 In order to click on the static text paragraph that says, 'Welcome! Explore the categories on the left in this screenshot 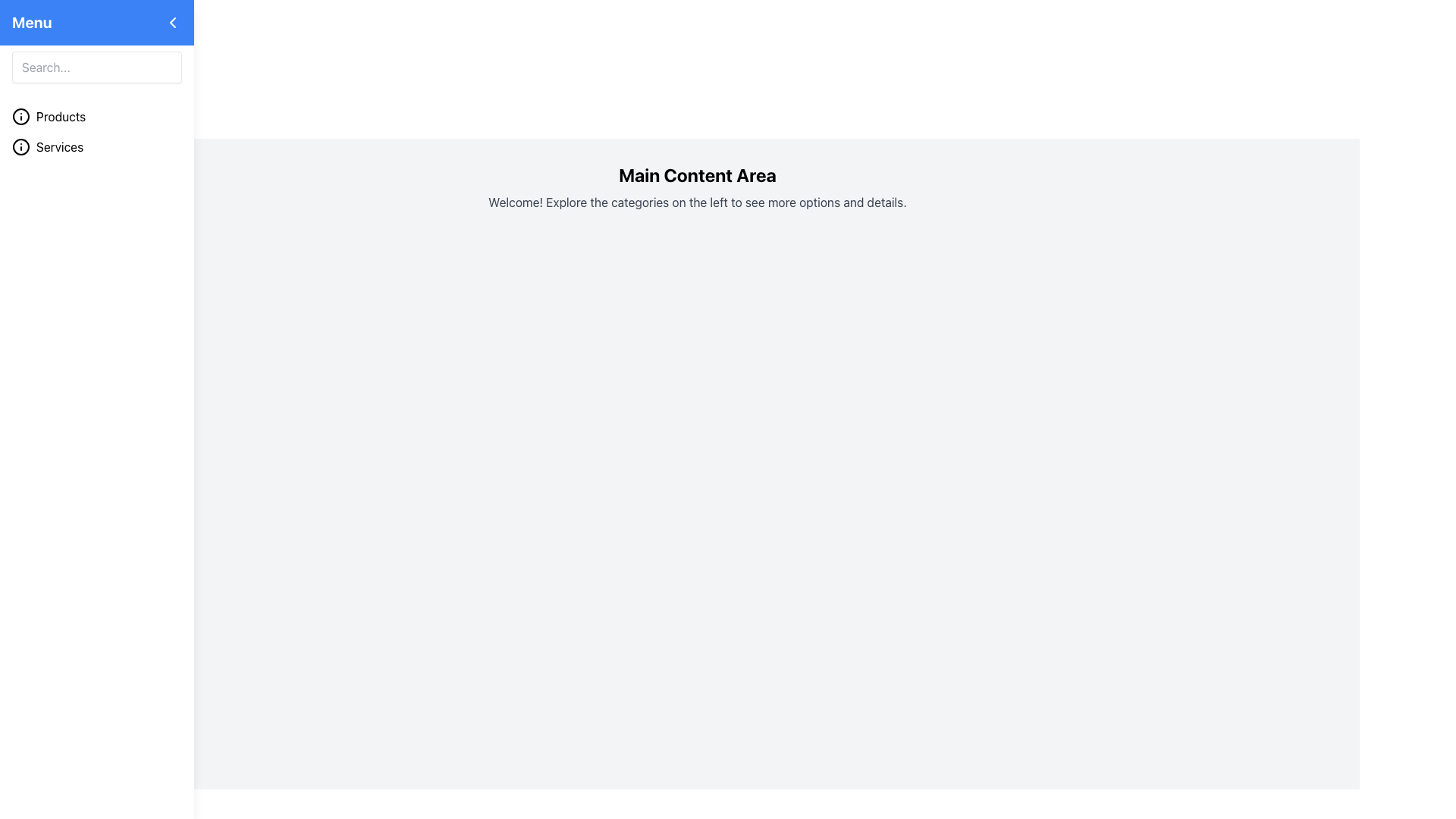, I will do `click(697, 201)`.